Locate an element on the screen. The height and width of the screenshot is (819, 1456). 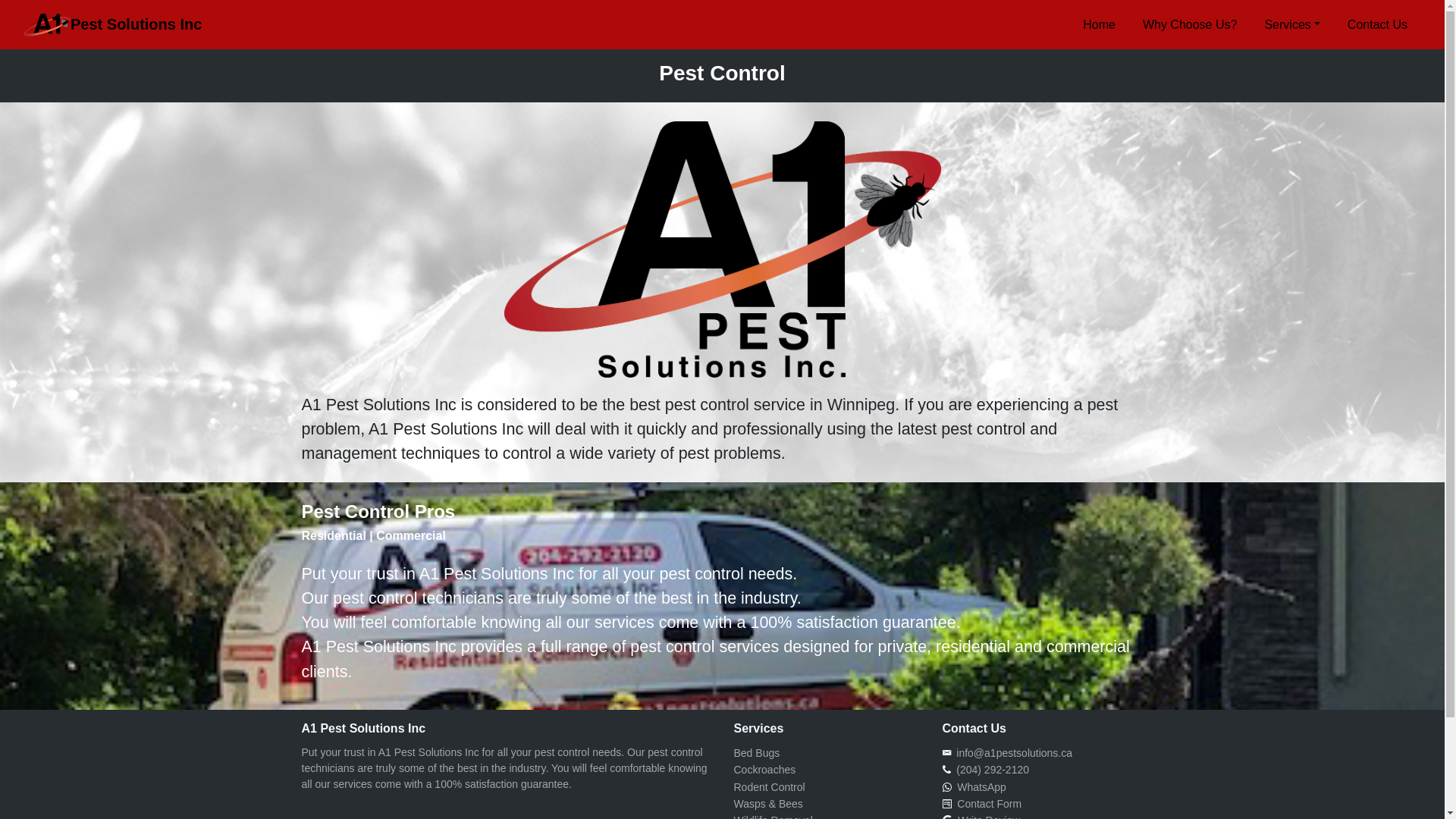
'  (204) 292-2120' is located at coordinates (990, 769).